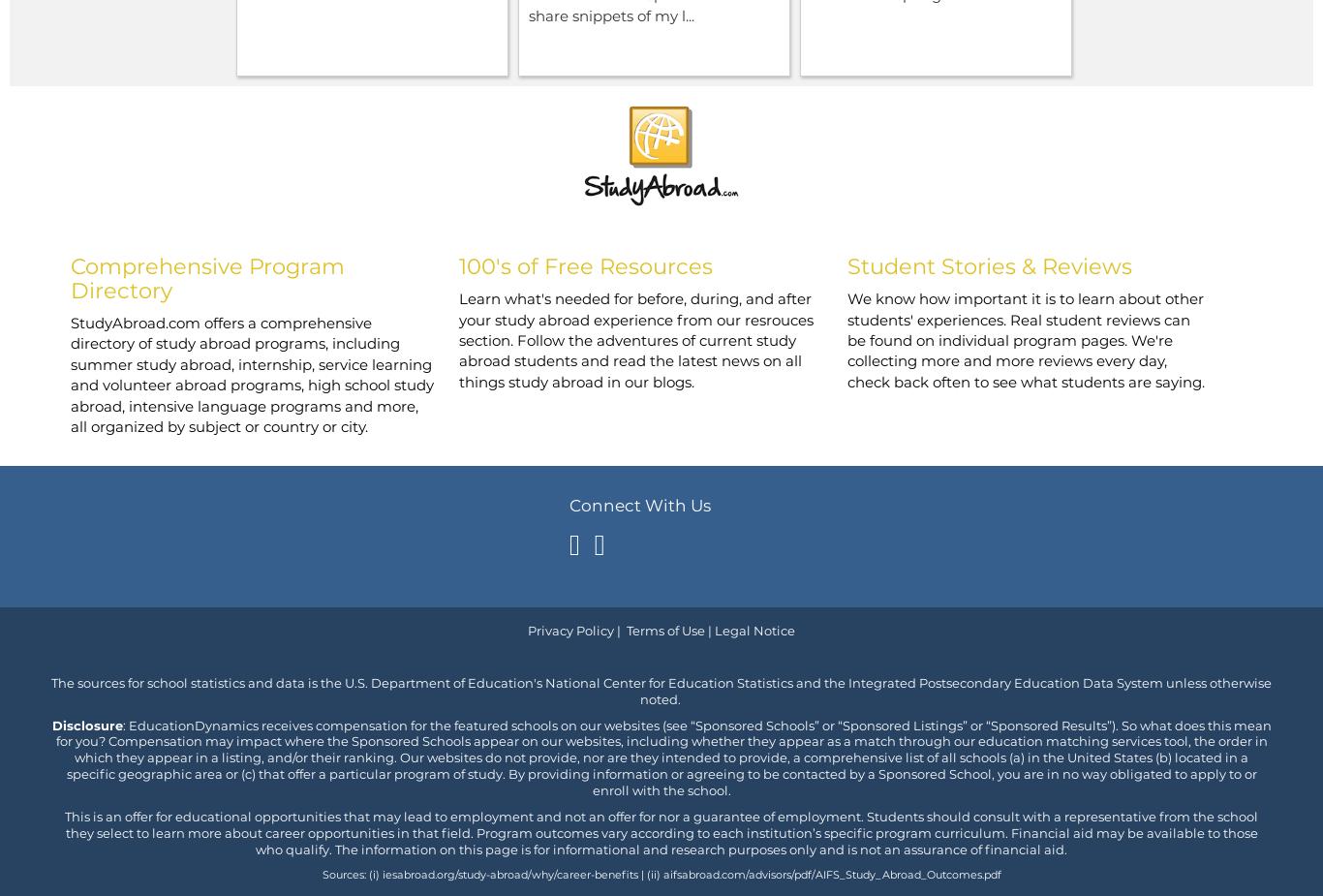  What do you see at coordinates (350, 873) in the screenshot?
I see `'Sources: (i)'` at bounding box center [350, 873].